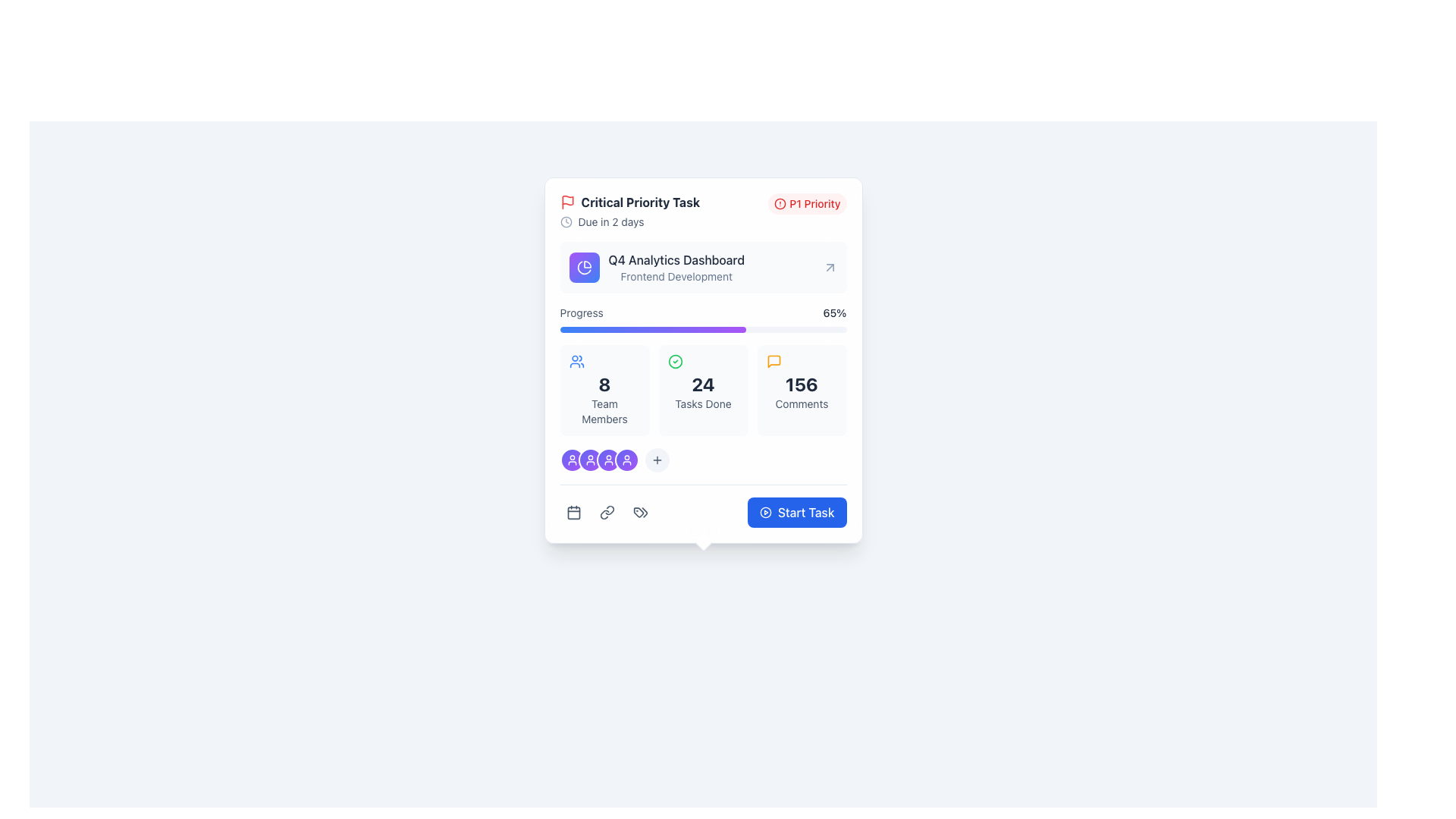 The height and width of the screenshot is (819, 1456). I want to click on the Text label that indicates the percentage represents progress, located to the left of the '65%' text in a horizontal layout below the header section, so click(581, 312).